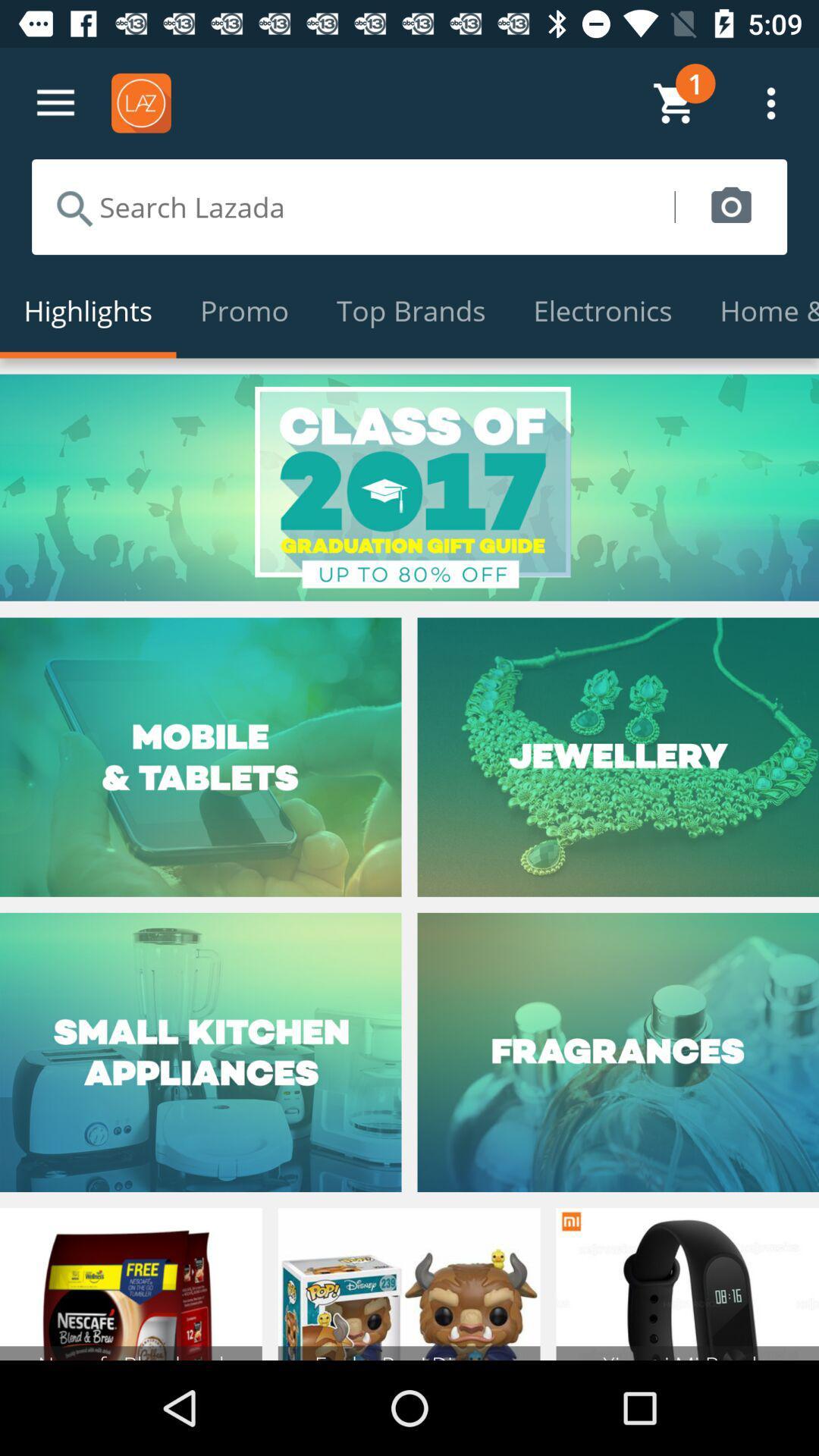 This screenshot has width=819, height=1456. I want to click on option, so click(409, 488).